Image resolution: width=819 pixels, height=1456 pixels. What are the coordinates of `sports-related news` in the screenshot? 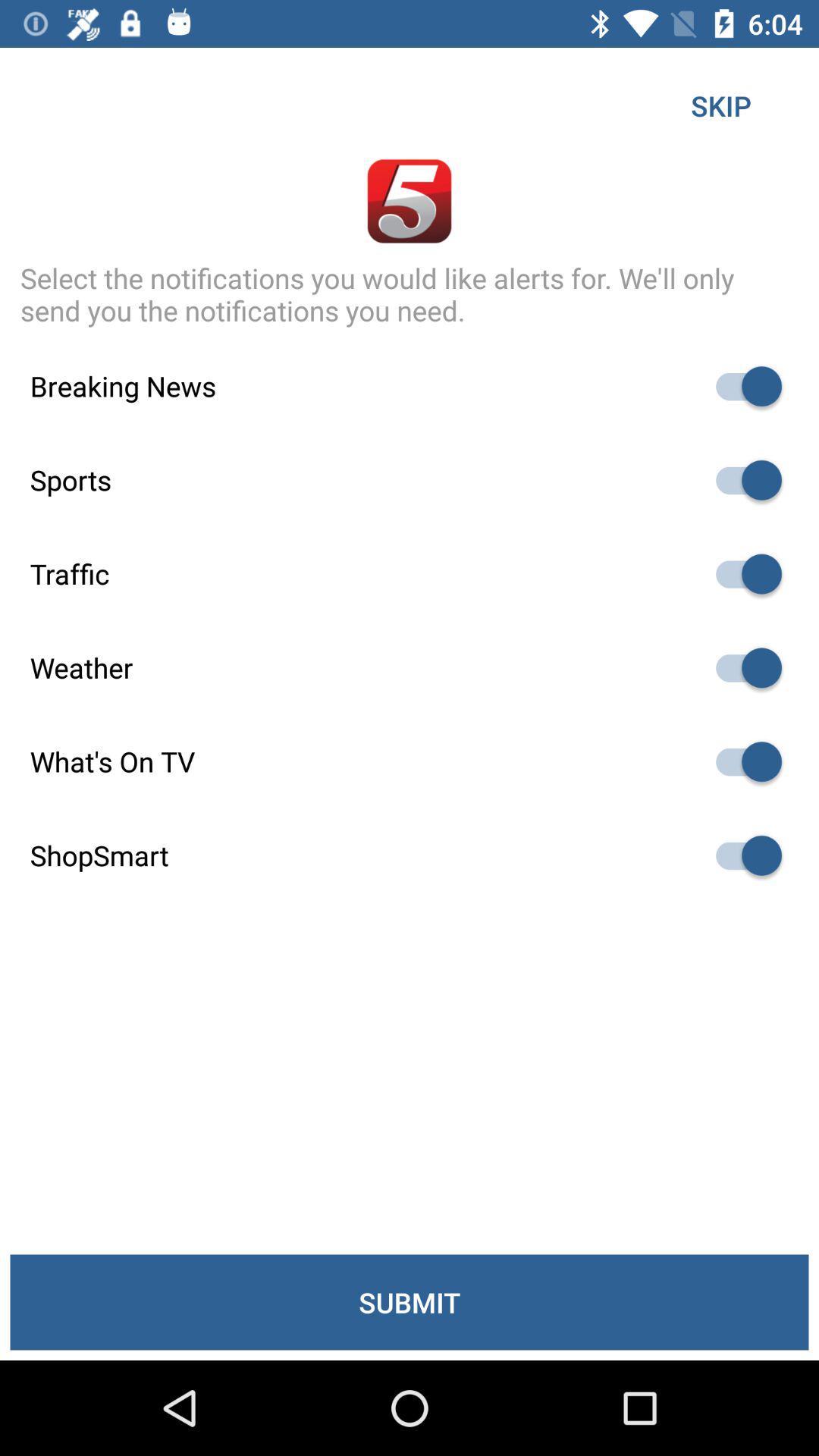 It's located at (741, 479).